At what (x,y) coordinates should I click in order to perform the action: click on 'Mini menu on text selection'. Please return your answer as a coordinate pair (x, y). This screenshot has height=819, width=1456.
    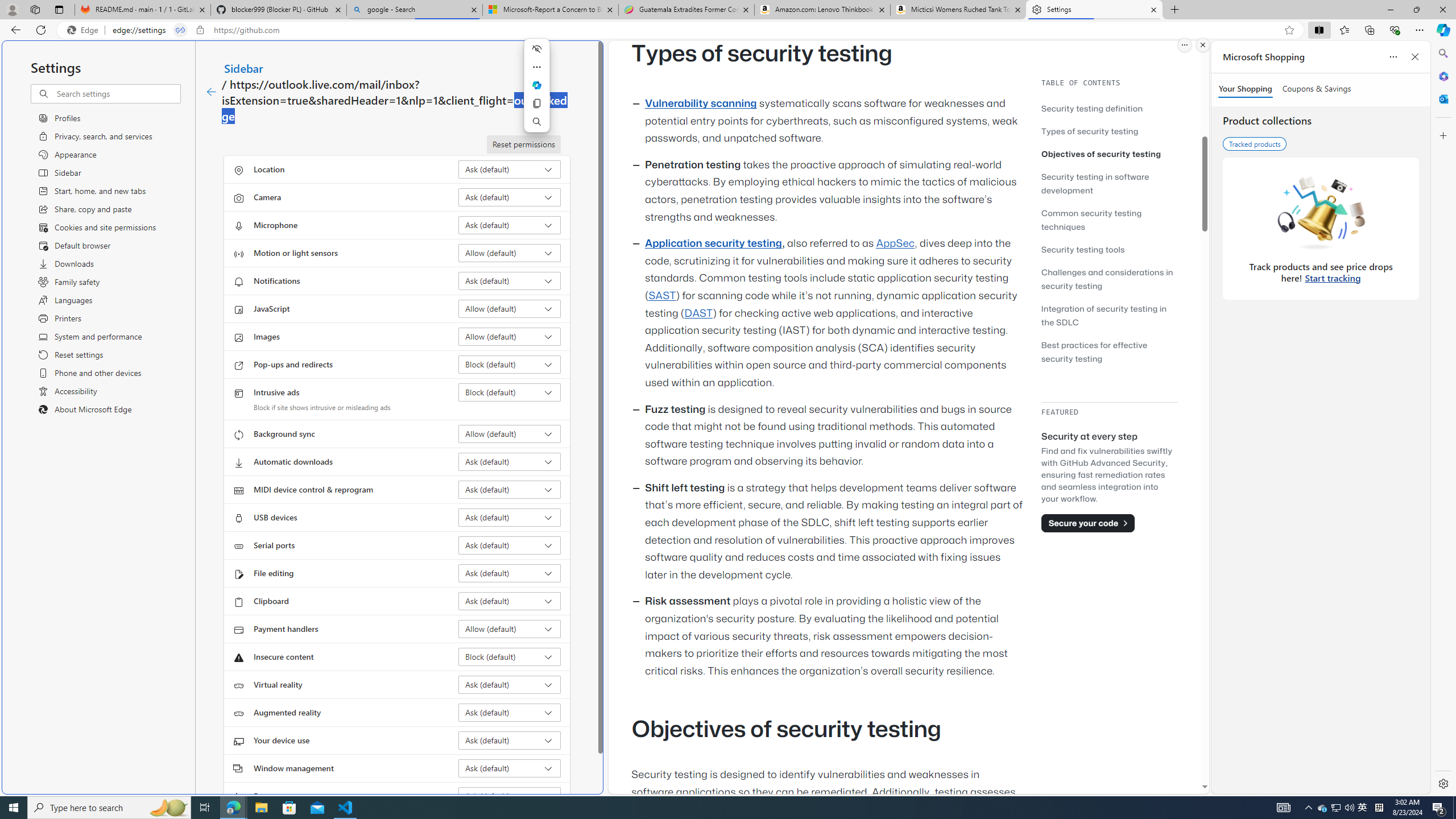
    Looking at the image, I should click on (536, 92).